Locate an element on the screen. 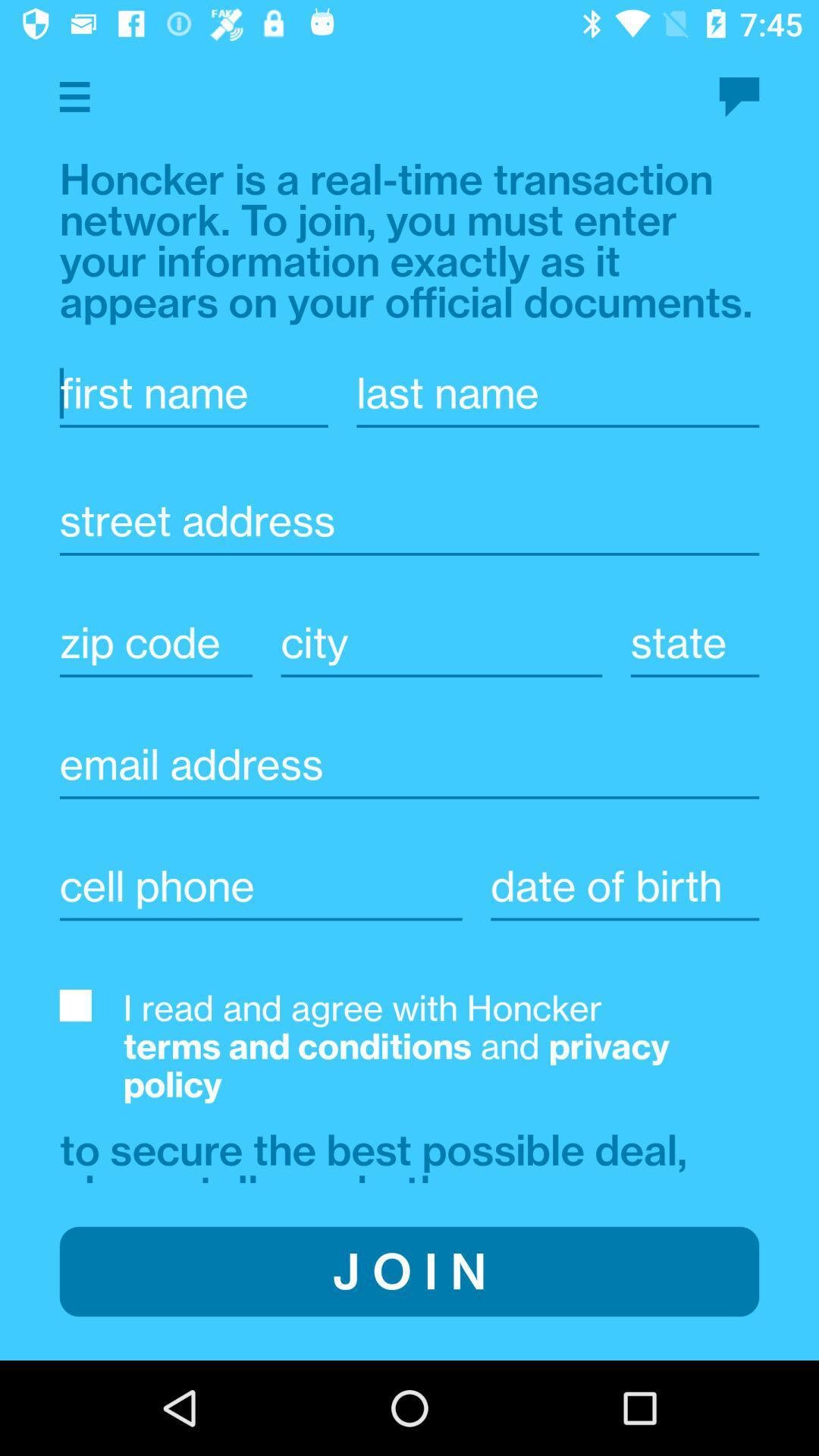 This screenshot has height=1456, width=819. type in city is located at coordinates (625, 886).